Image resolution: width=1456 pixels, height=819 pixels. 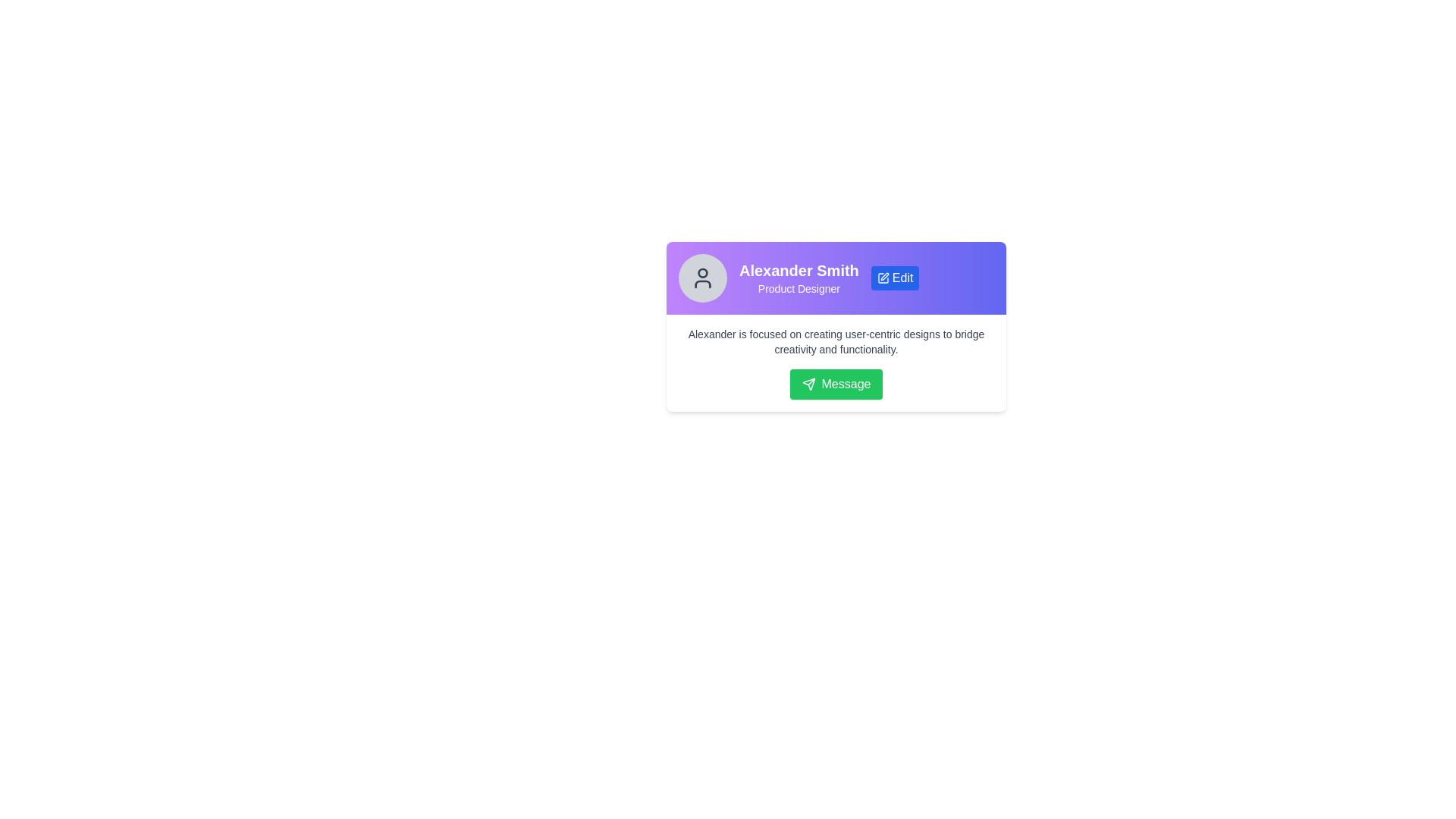 I want to click on the green button labeled 'Message' with a white paper plane icon to initiate the messaging function, so click(x=836, y=383).